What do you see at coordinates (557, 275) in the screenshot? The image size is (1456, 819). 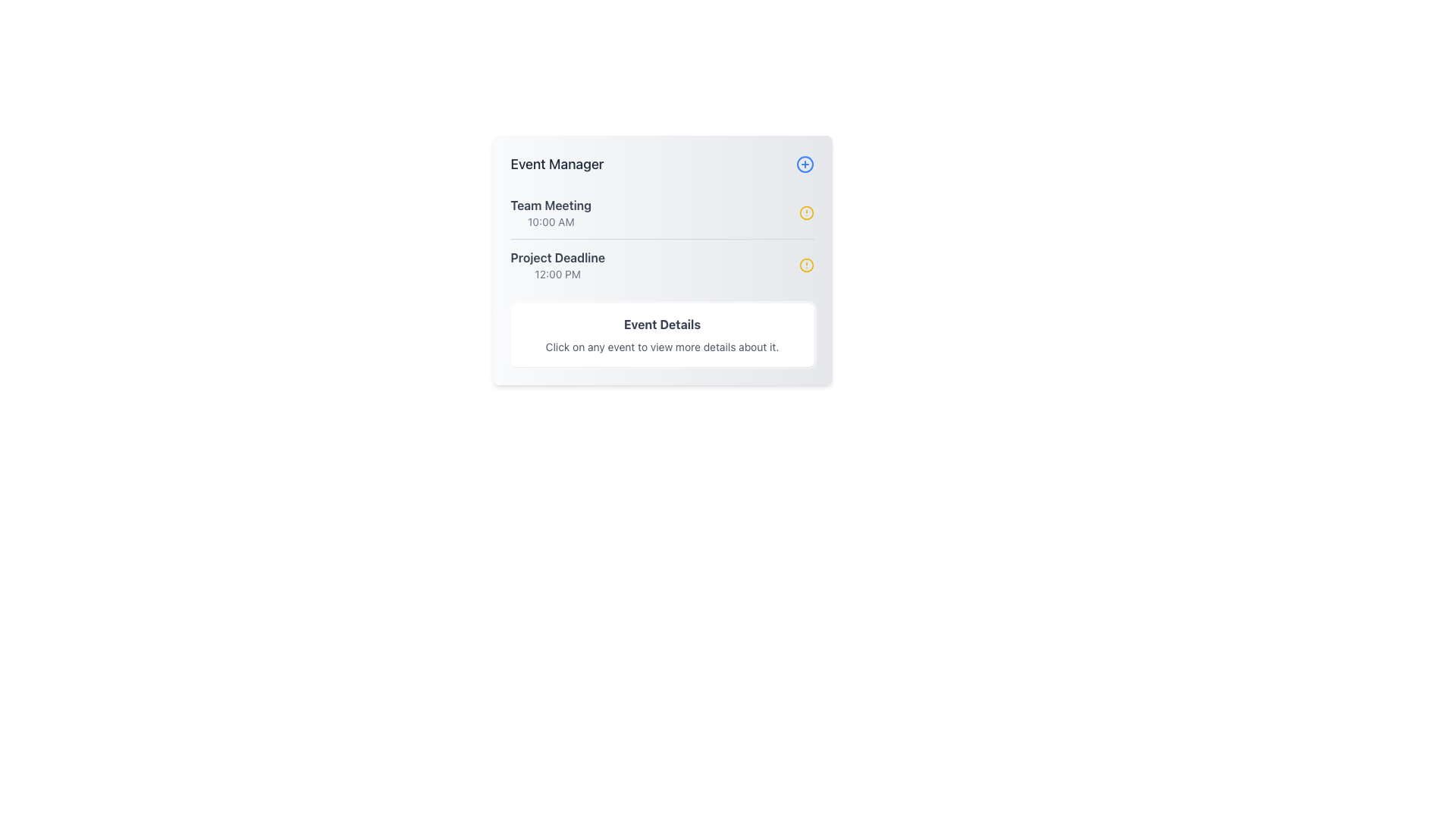 I see `the text label displaying '12:00 PM' in a small gray font, positioned directly below the title 'Project Deadline'` at bounding box center [557, 275].